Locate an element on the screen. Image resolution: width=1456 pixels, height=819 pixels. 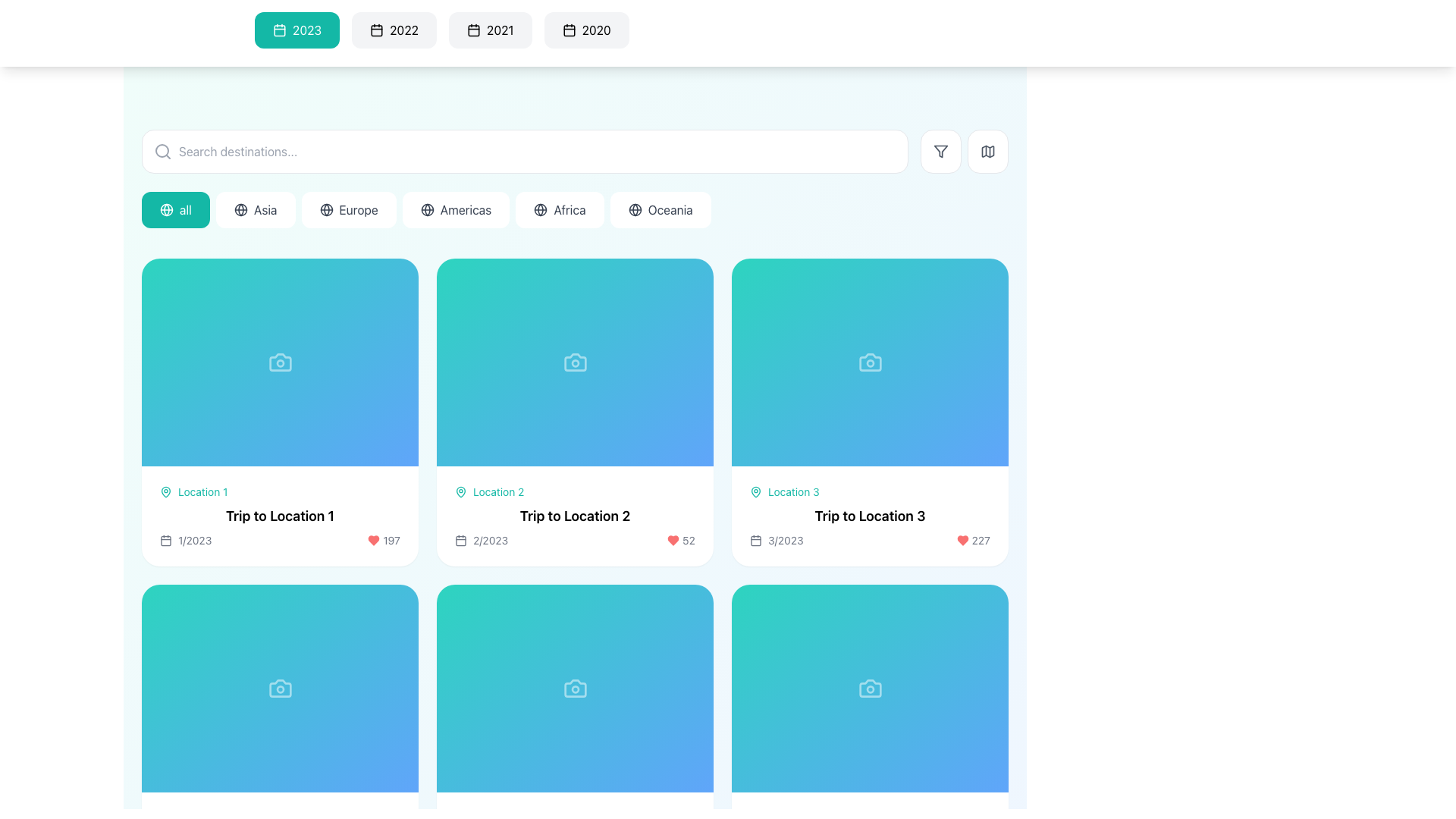
camera icon that serves as a placeholder image for the tile labeled 'Trip to Location 2' in the grid layout is located at coordinates (574, 362).